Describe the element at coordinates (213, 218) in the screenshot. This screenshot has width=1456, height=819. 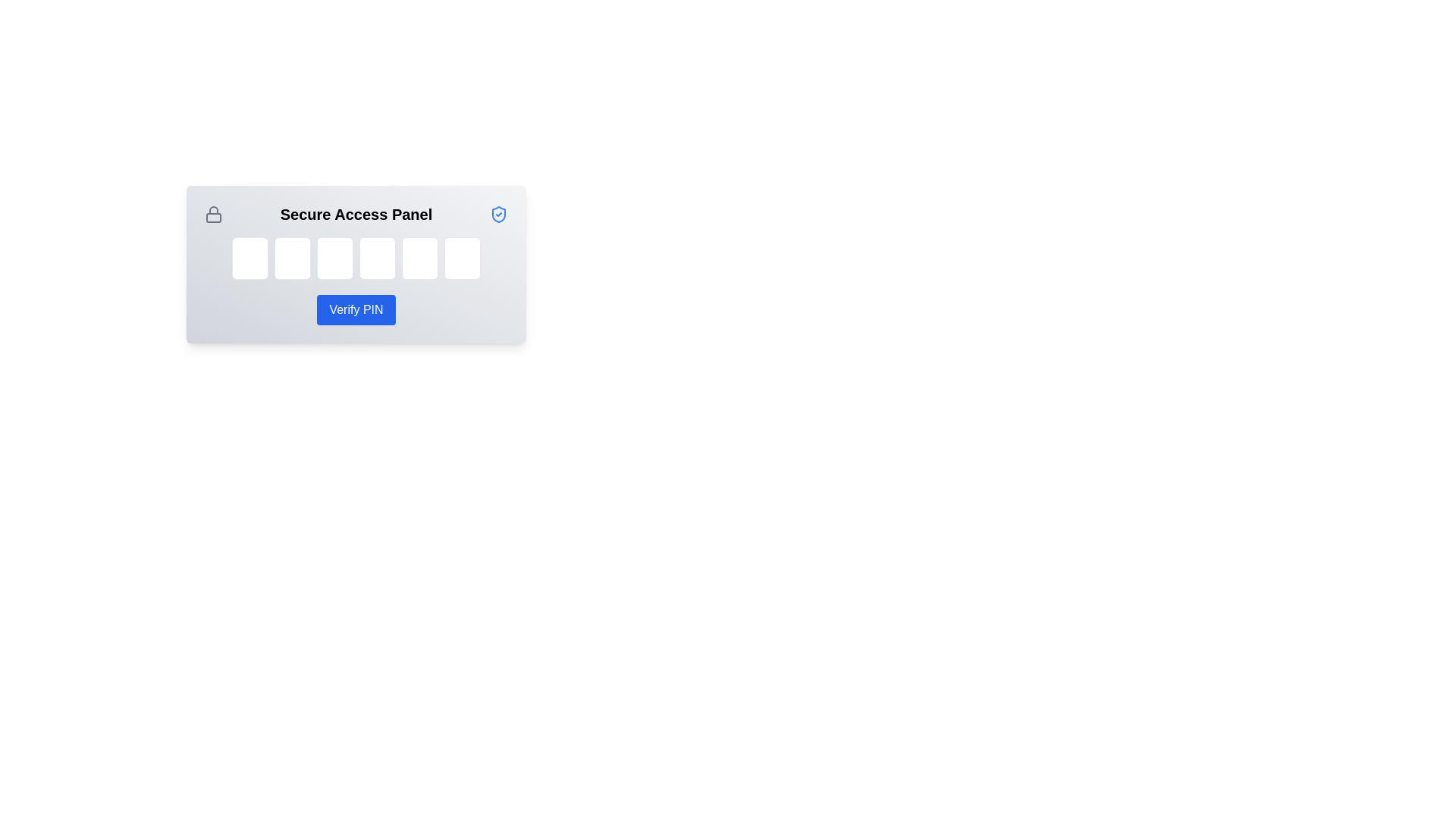
I see `the rectangular base of the lock icon, which is part of the decorative lock icon indicating security for the Secure Access Panel interface` at that location.